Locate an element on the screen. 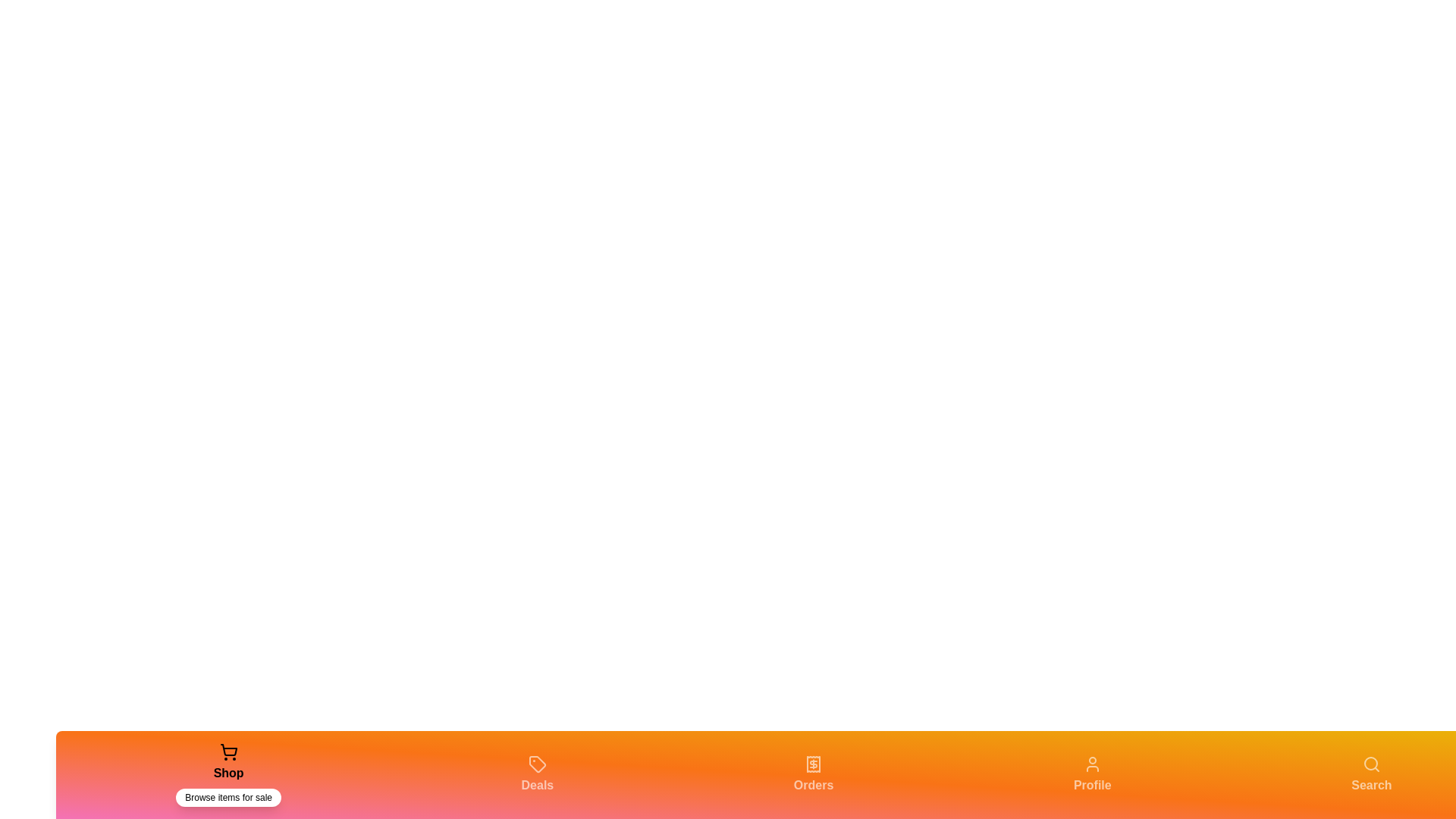 The image size is (1456, 819). the Deals tab in the navigation bar is located at coordinates (538, 775).